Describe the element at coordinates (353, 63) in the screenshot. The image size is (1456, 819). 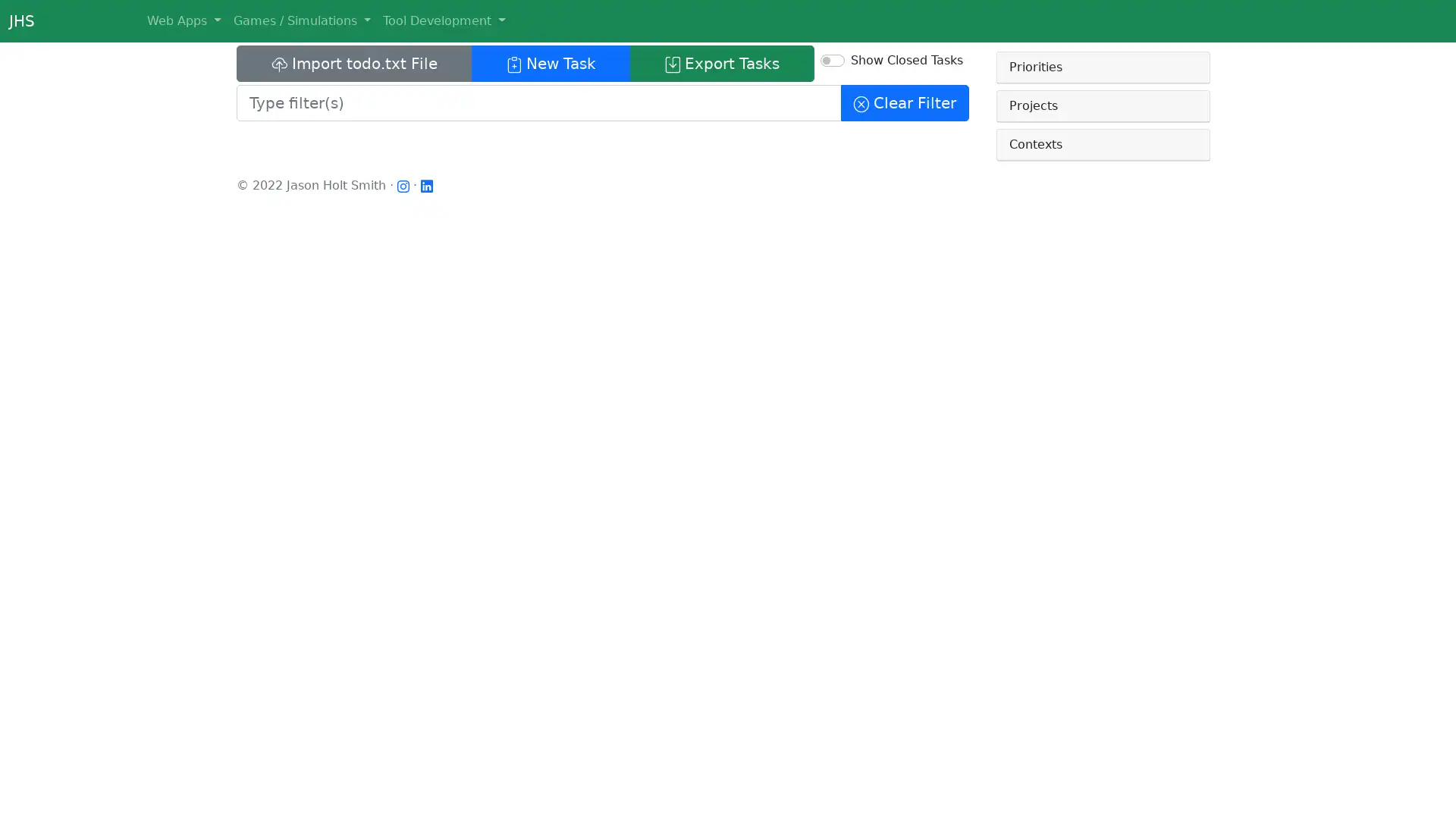
I see `upload file` at that location.